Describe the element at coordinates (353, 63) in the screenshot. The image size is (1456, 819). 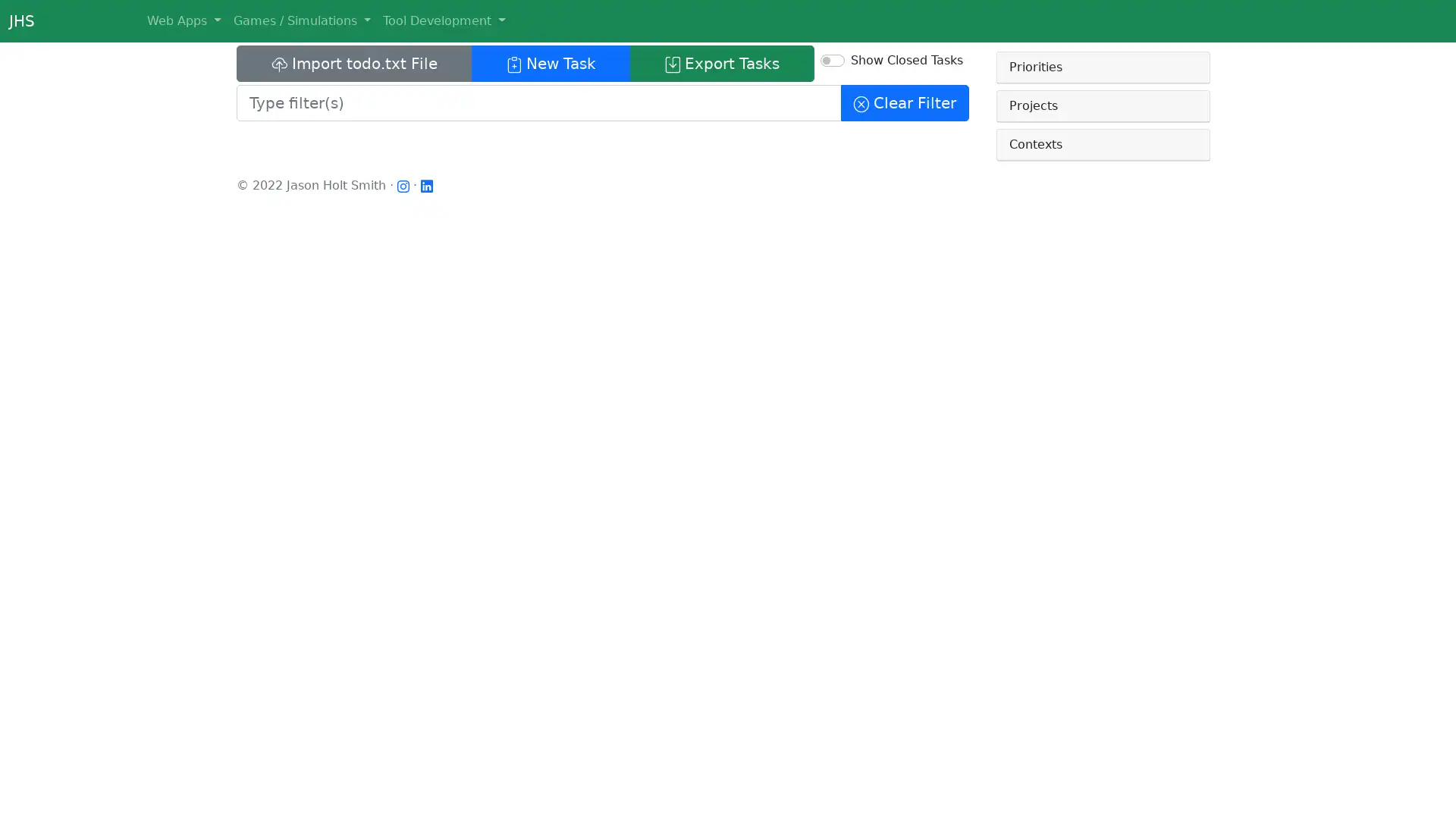
I see `upload file` at that location.